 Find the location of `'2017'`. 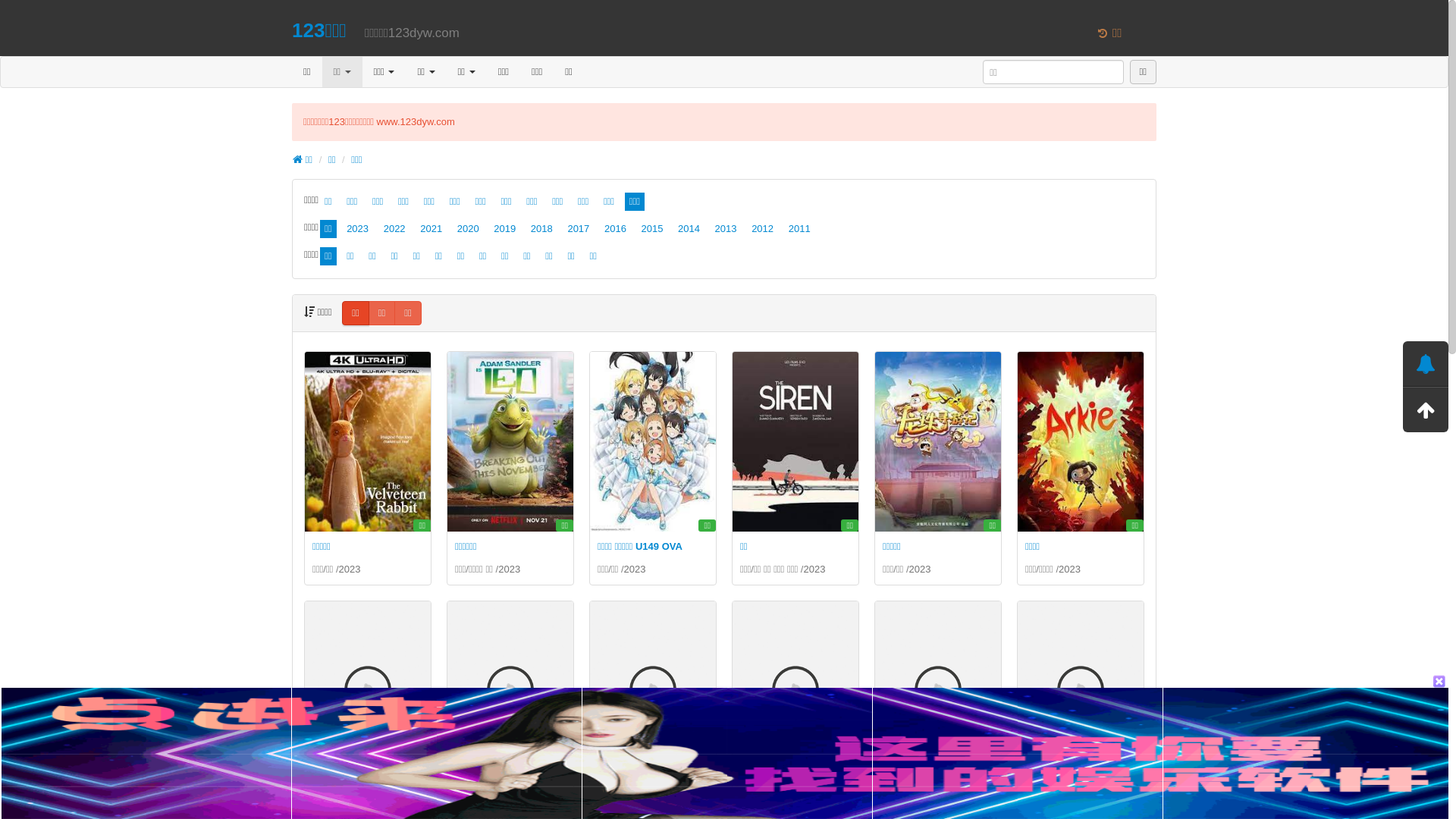

'2017' is located at coordinates (577, 228).